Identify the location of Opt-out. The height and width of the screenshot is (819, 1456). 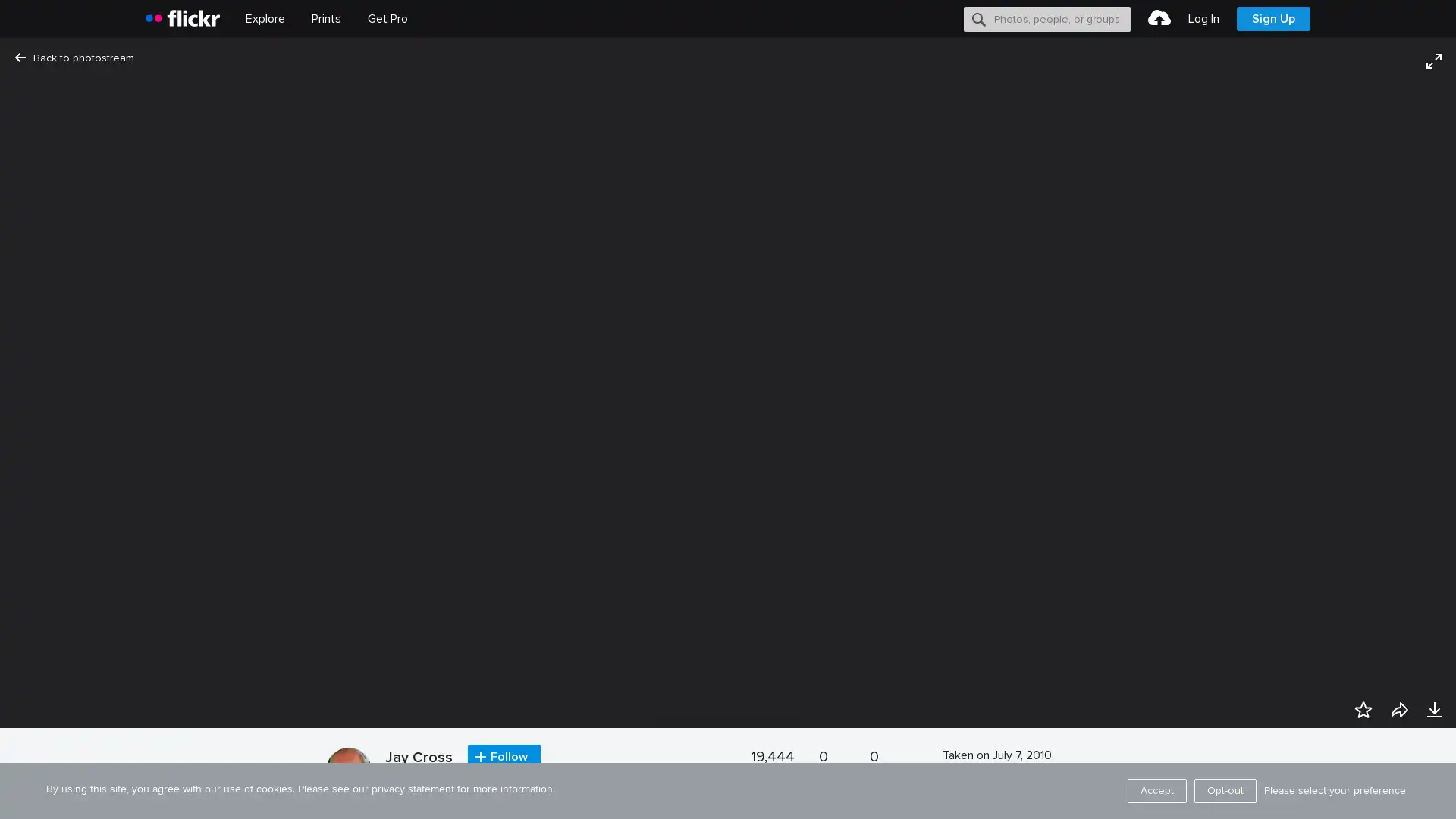
(1225, 789).